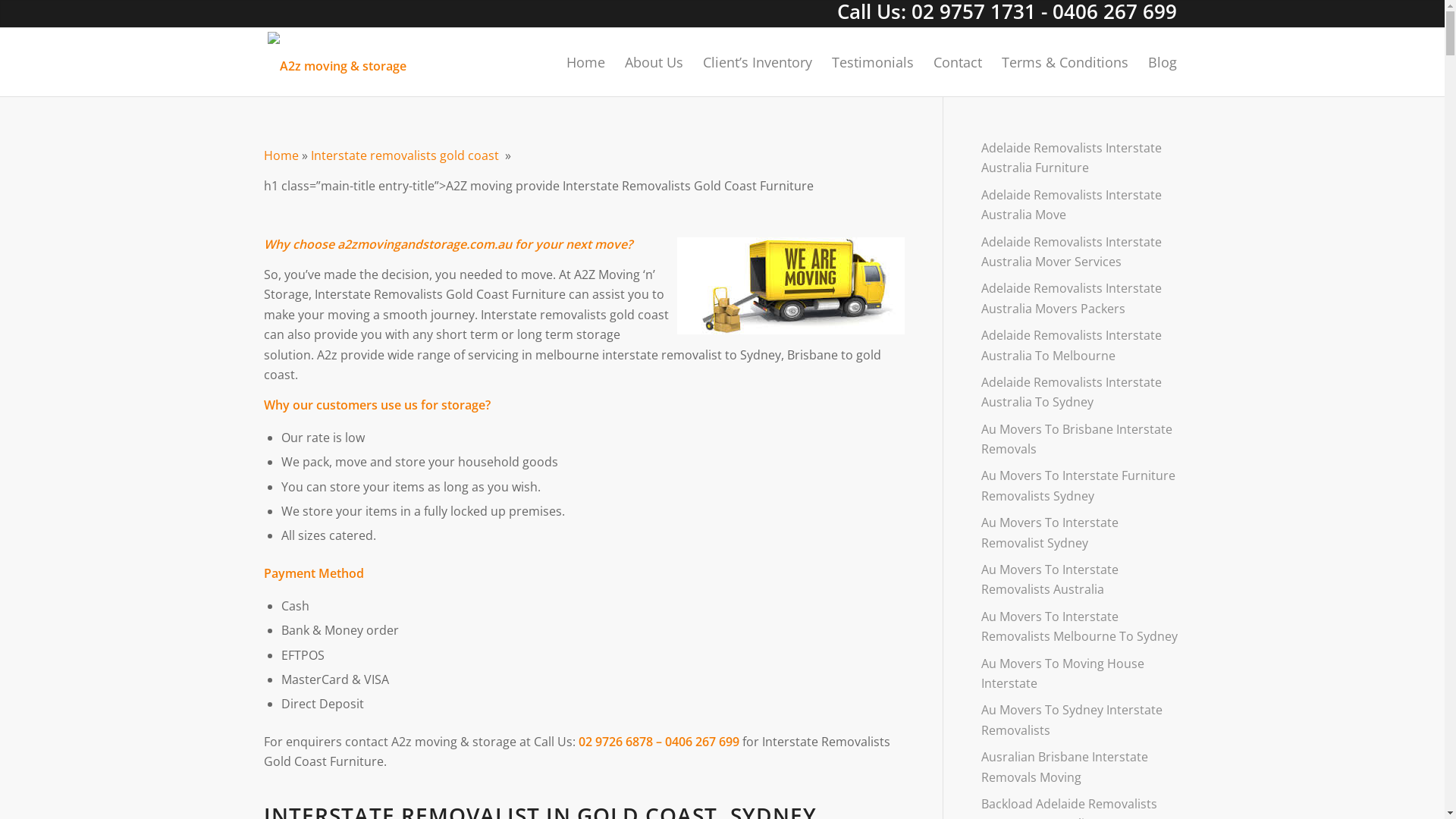  What do you see at coordinates (1080, 391) in the screenshot?
I see `'Adelaide Removalists Interstate Australia To Sydney'` at bounding box center [1080, 391].